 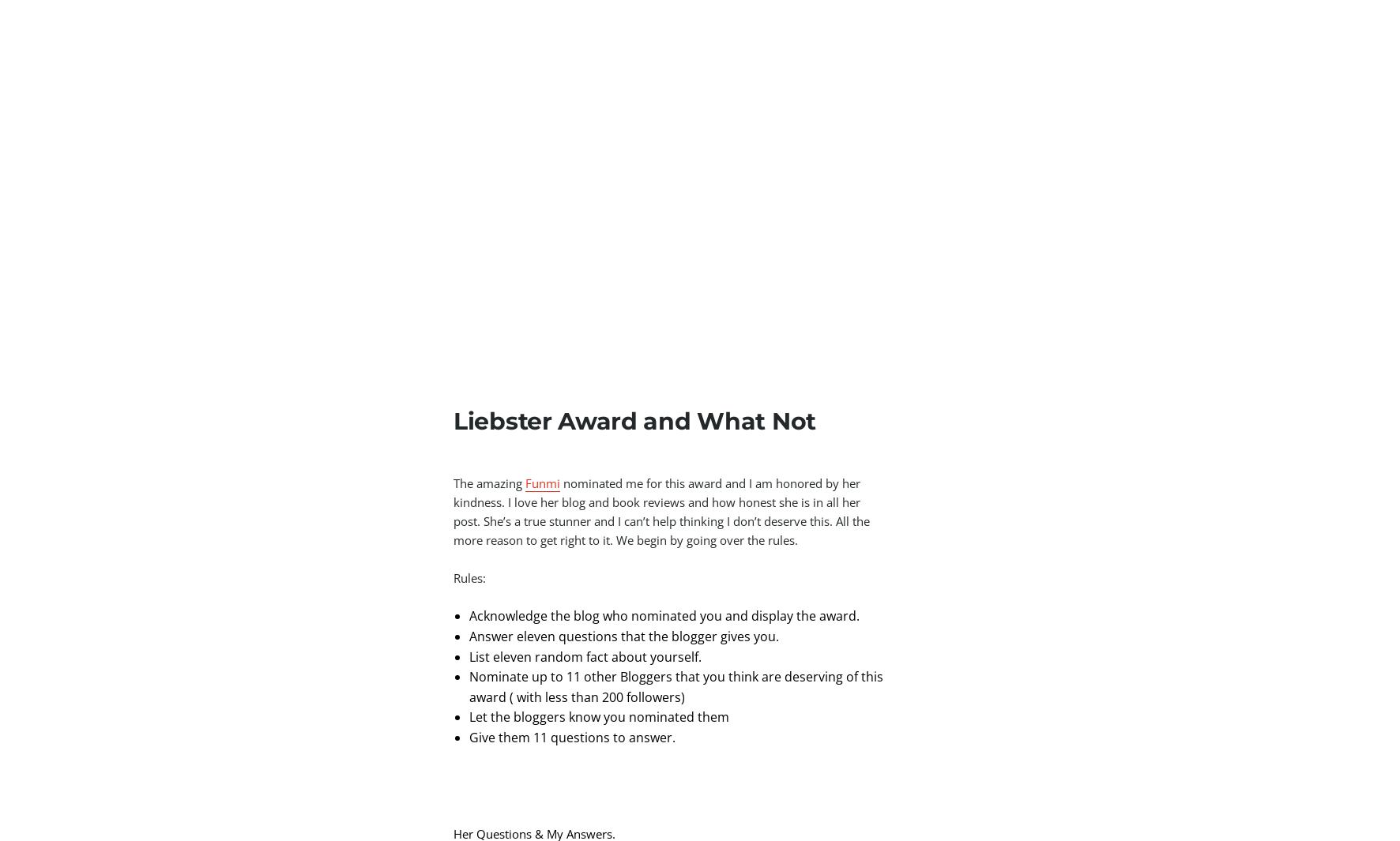 What do you see at coordinates (542, 482) in the screenshot?
I see `'Funmi'` at bounding box center [542, 482].